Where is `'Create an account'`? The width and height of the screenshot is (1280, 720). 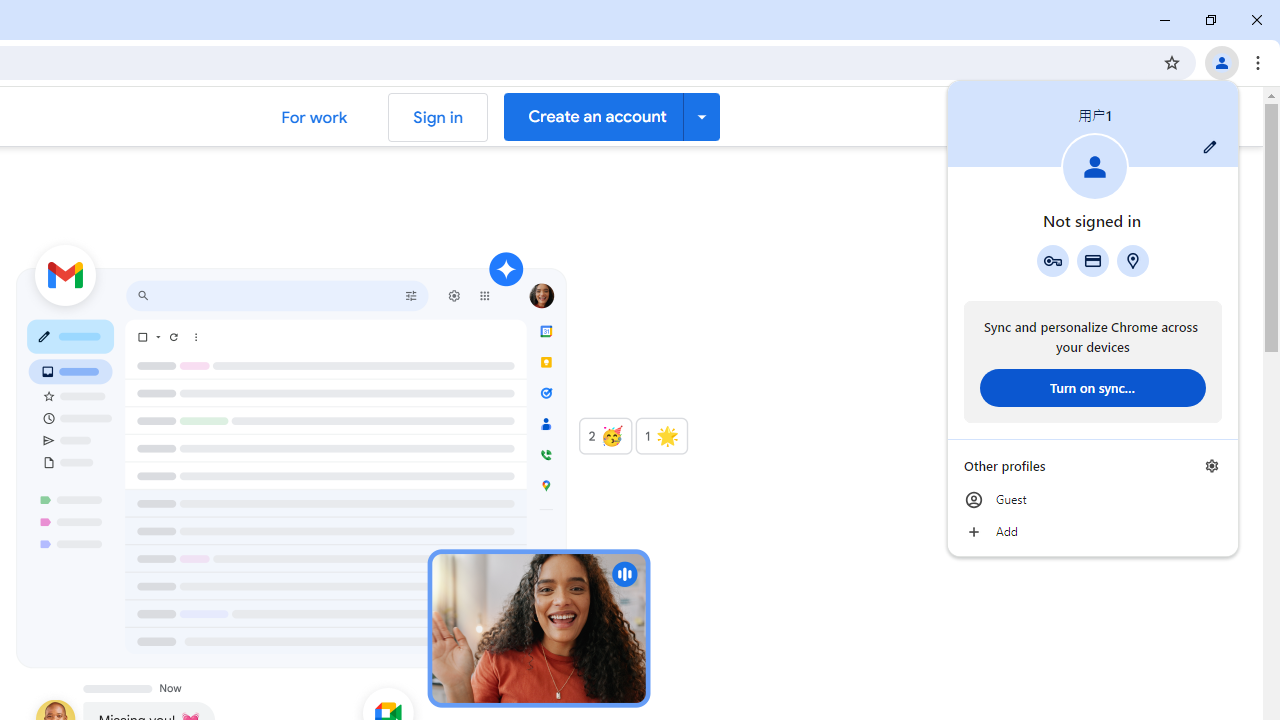
'Create an account' is located at coordinates (610, 116).